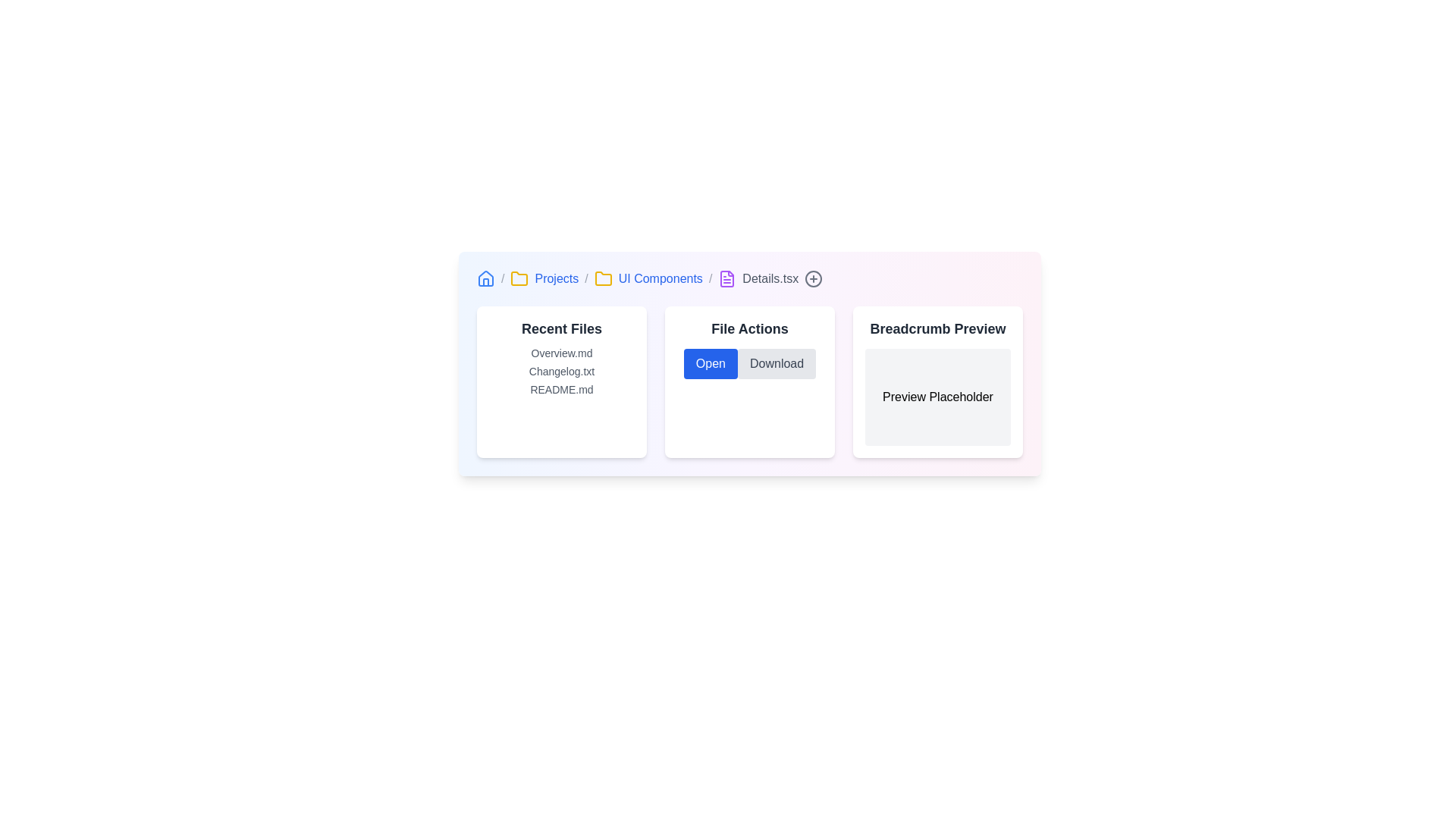  I want to click on the house icon button located at the beginning of the breadcrumb navigation bar, so click(486, 278).